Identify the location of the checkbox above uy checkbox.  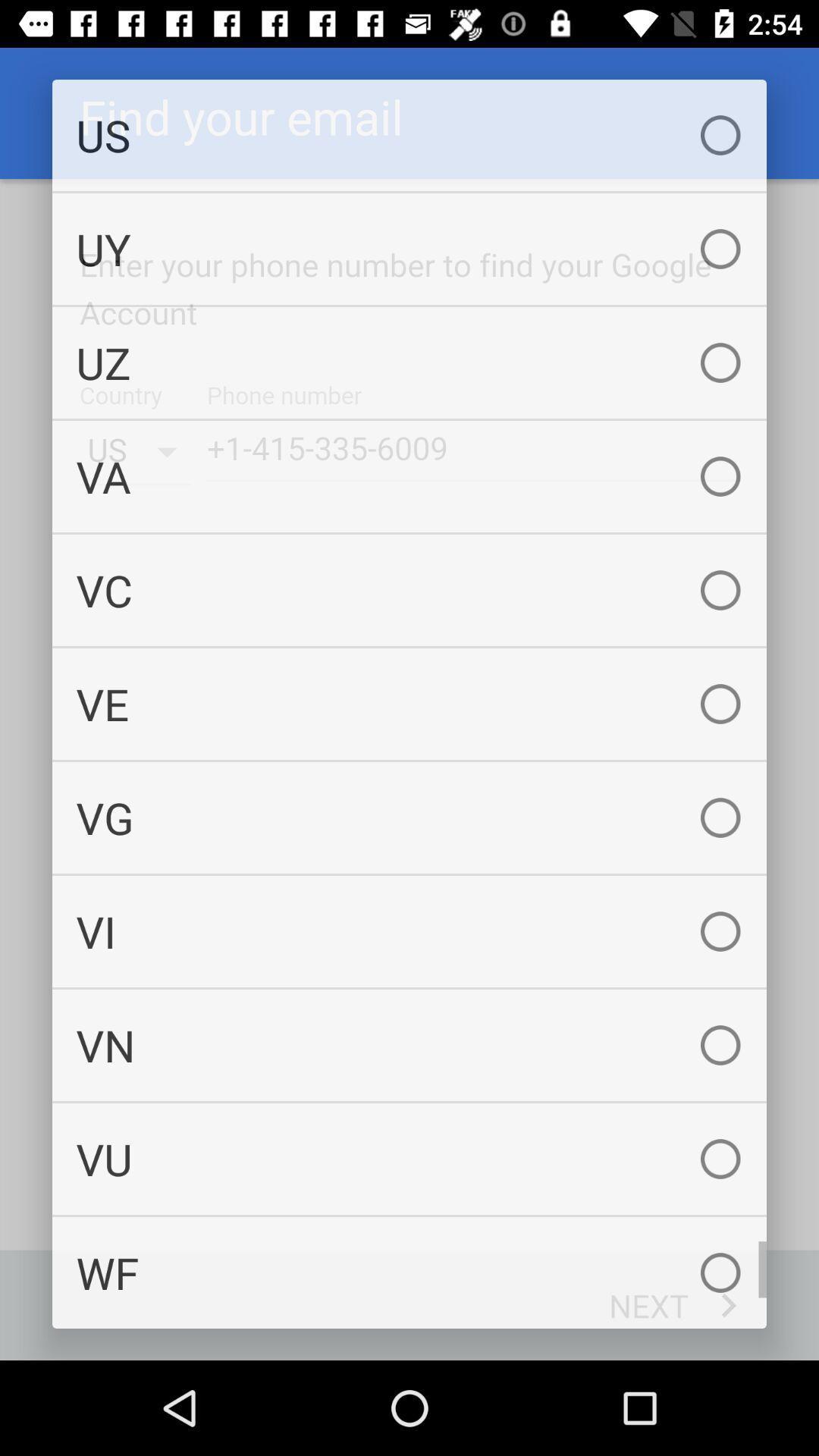
(409, 135).